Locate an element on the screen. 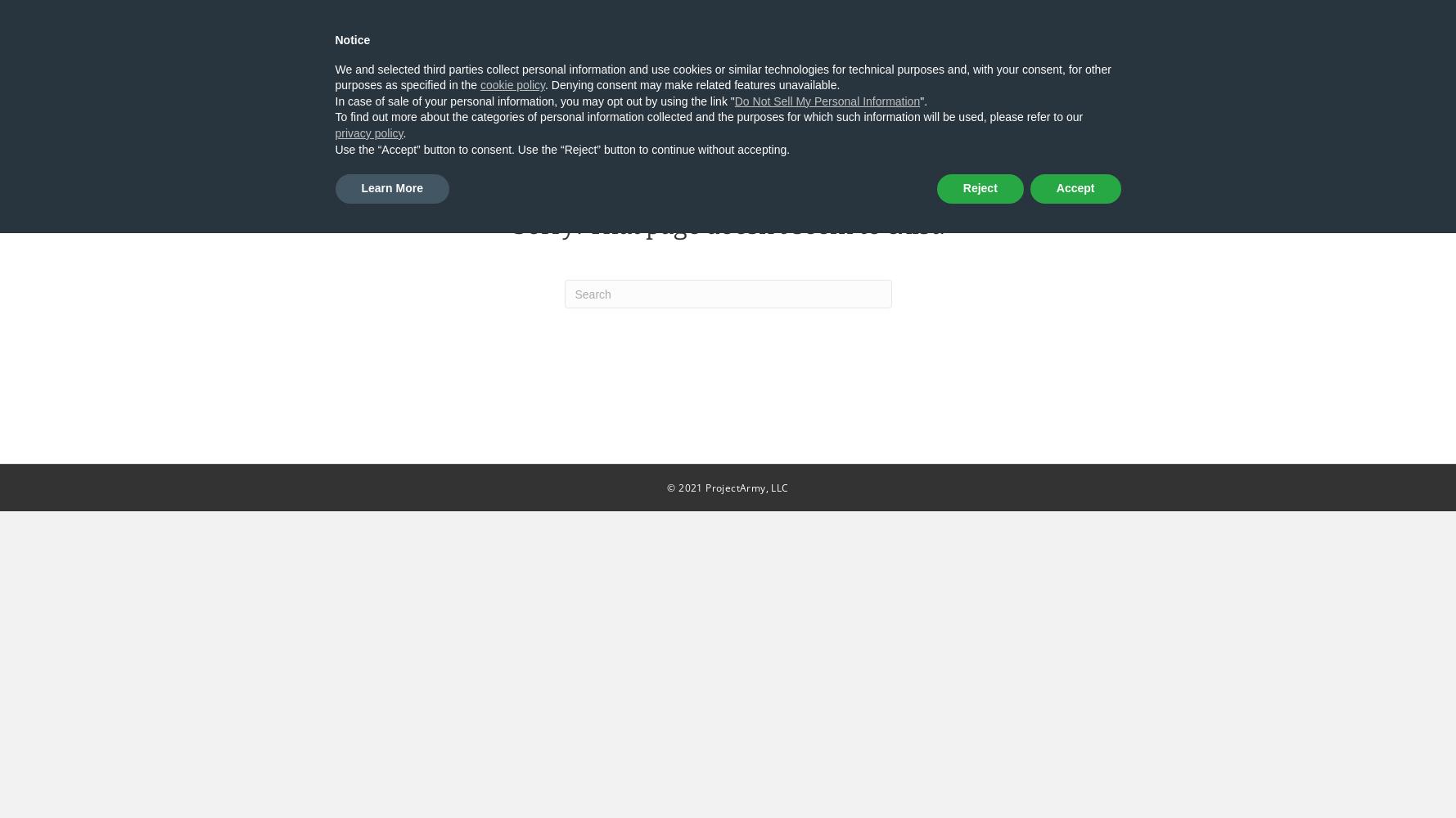 This screenshot has width=1456, height=818. 'Use the “Accept” button to consent. Use the “Reject” button to continue without accepting.' is located at coordinates (562, 149).